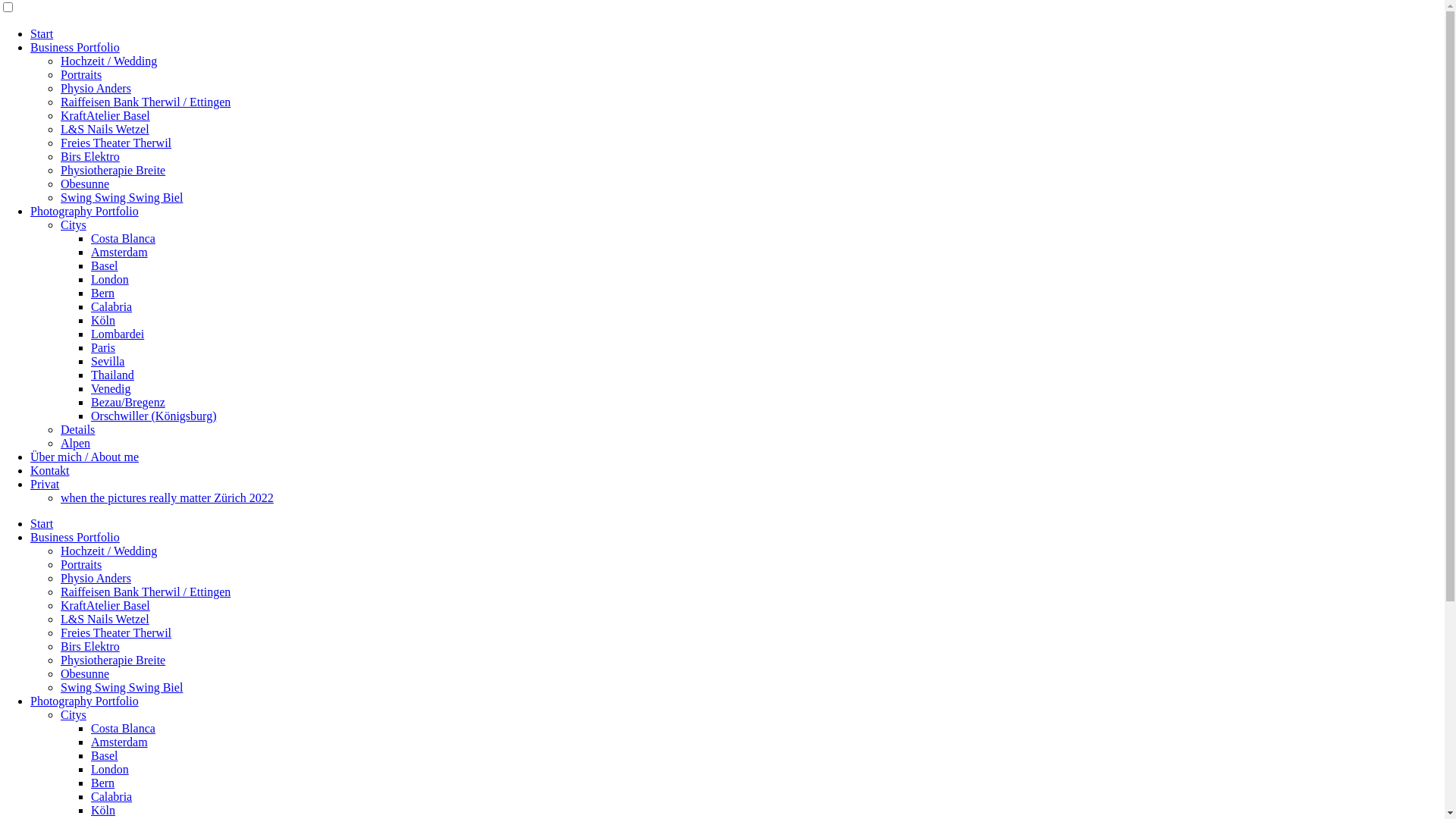 This screenshot has height=819, width=1456. What do you see at coordinates (50, 469) in the screenshot?
I see `'Kontakt'` at bounding box center [50, 469].